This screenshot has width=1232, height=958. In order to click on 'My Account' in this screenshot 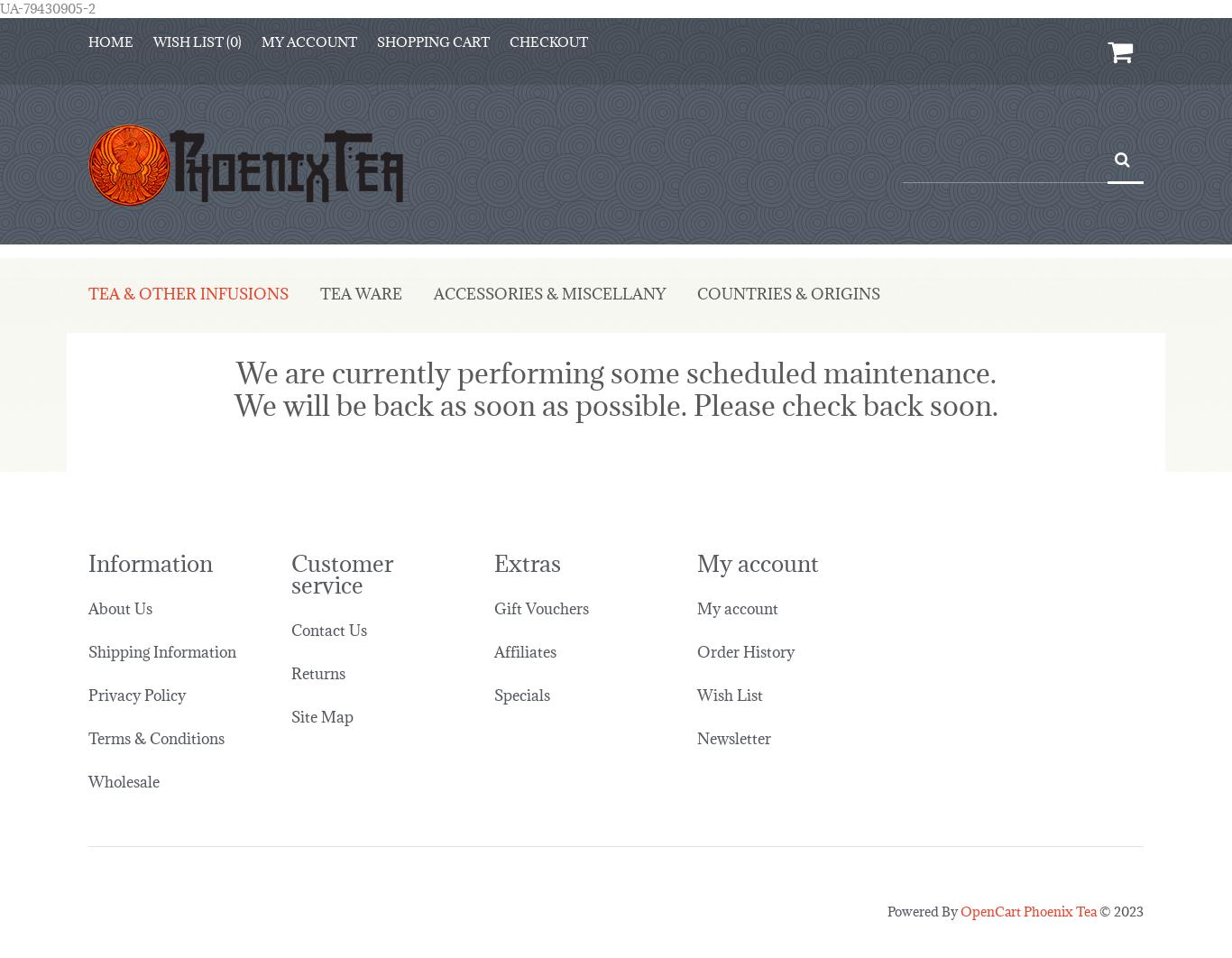, I will do `click(262, 41)`.